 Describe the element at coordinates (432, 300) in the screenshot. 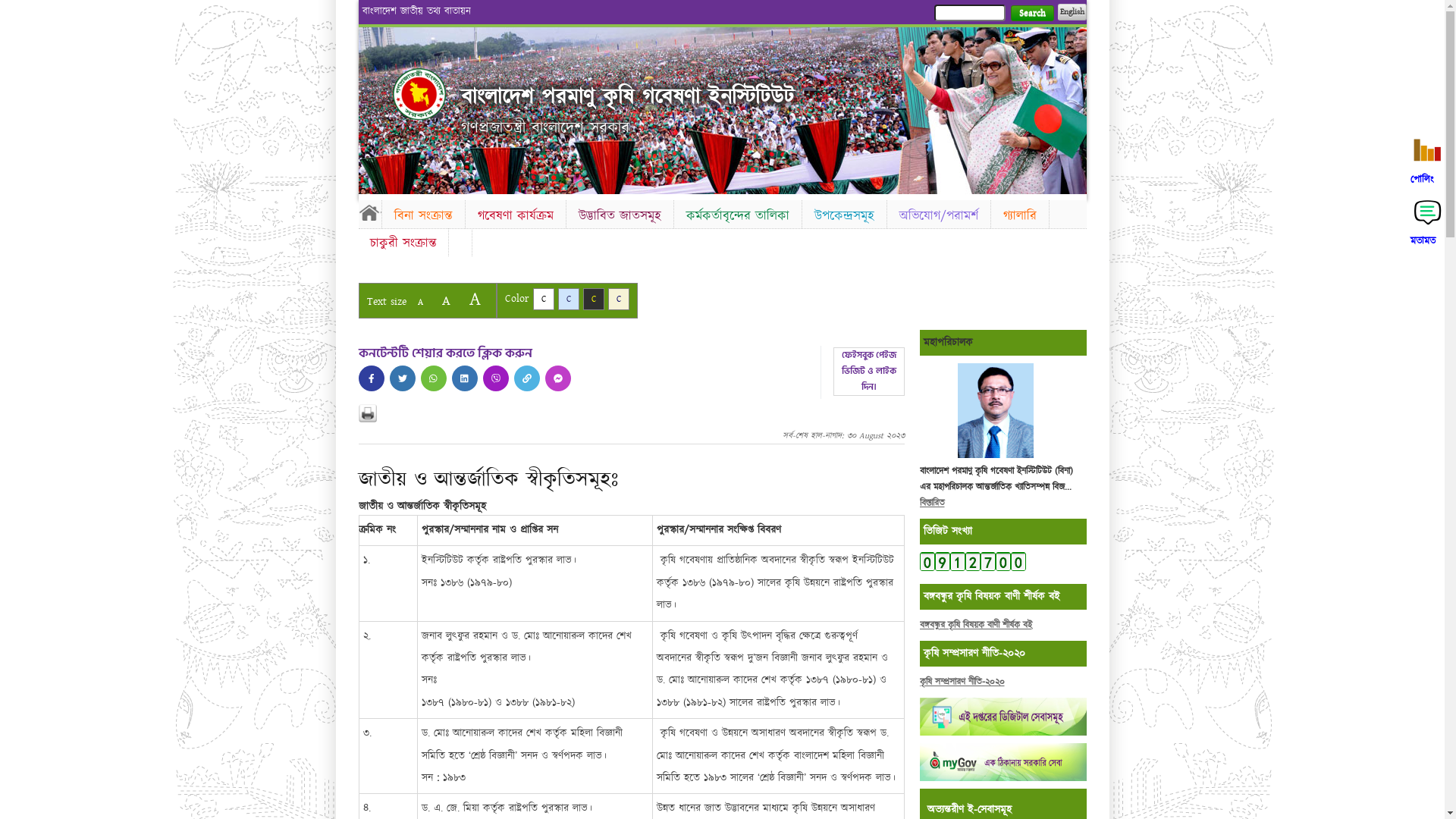

I see `'A'` at that location.